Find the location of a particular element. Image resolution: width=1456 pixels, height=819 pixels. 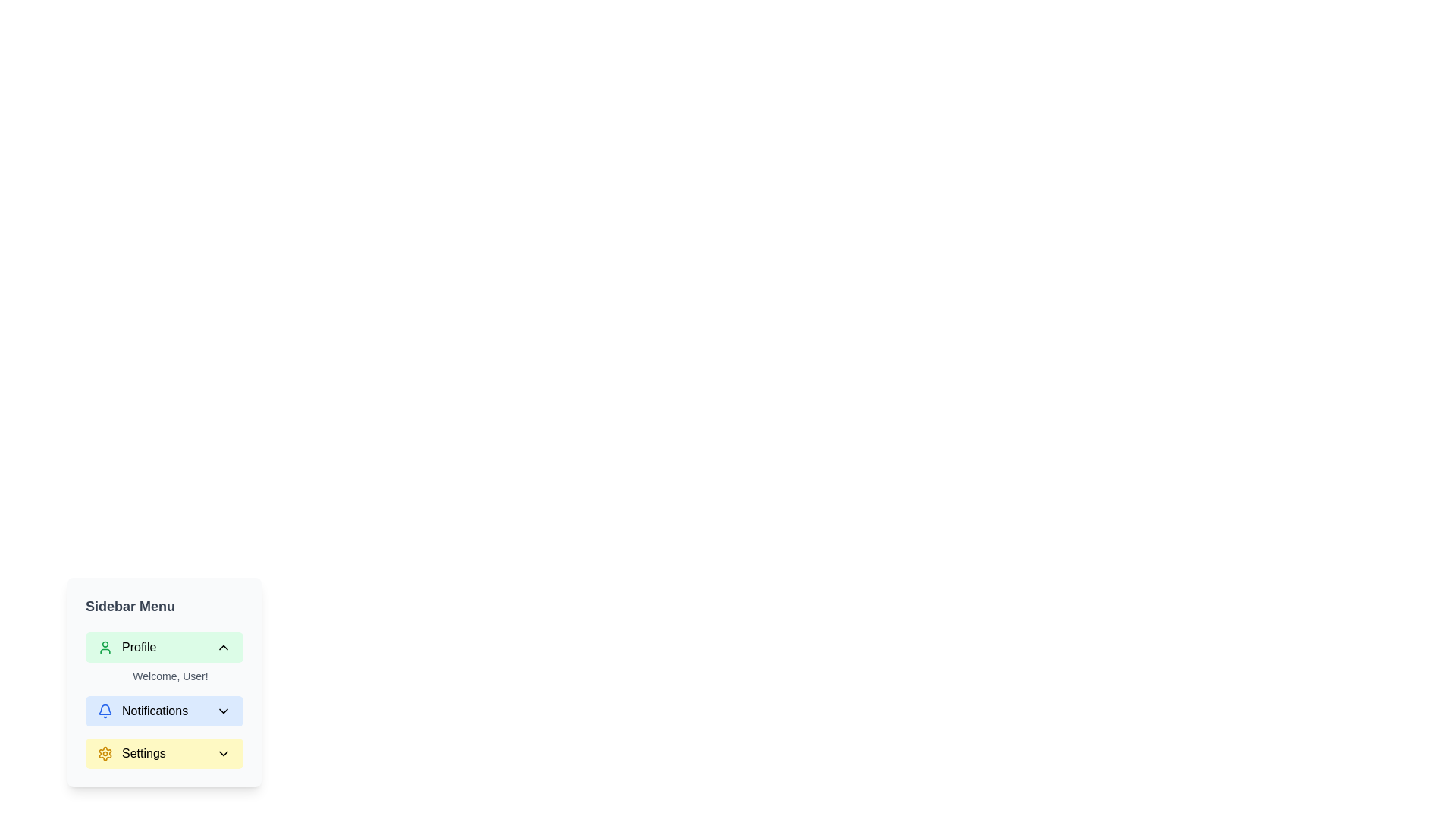

the top-most button in the Sidebar Menu that toggles visibility or navigation to the 'Profile' section, indicated by its green background, to trigger hover effects is located at coordinates (164, 647).